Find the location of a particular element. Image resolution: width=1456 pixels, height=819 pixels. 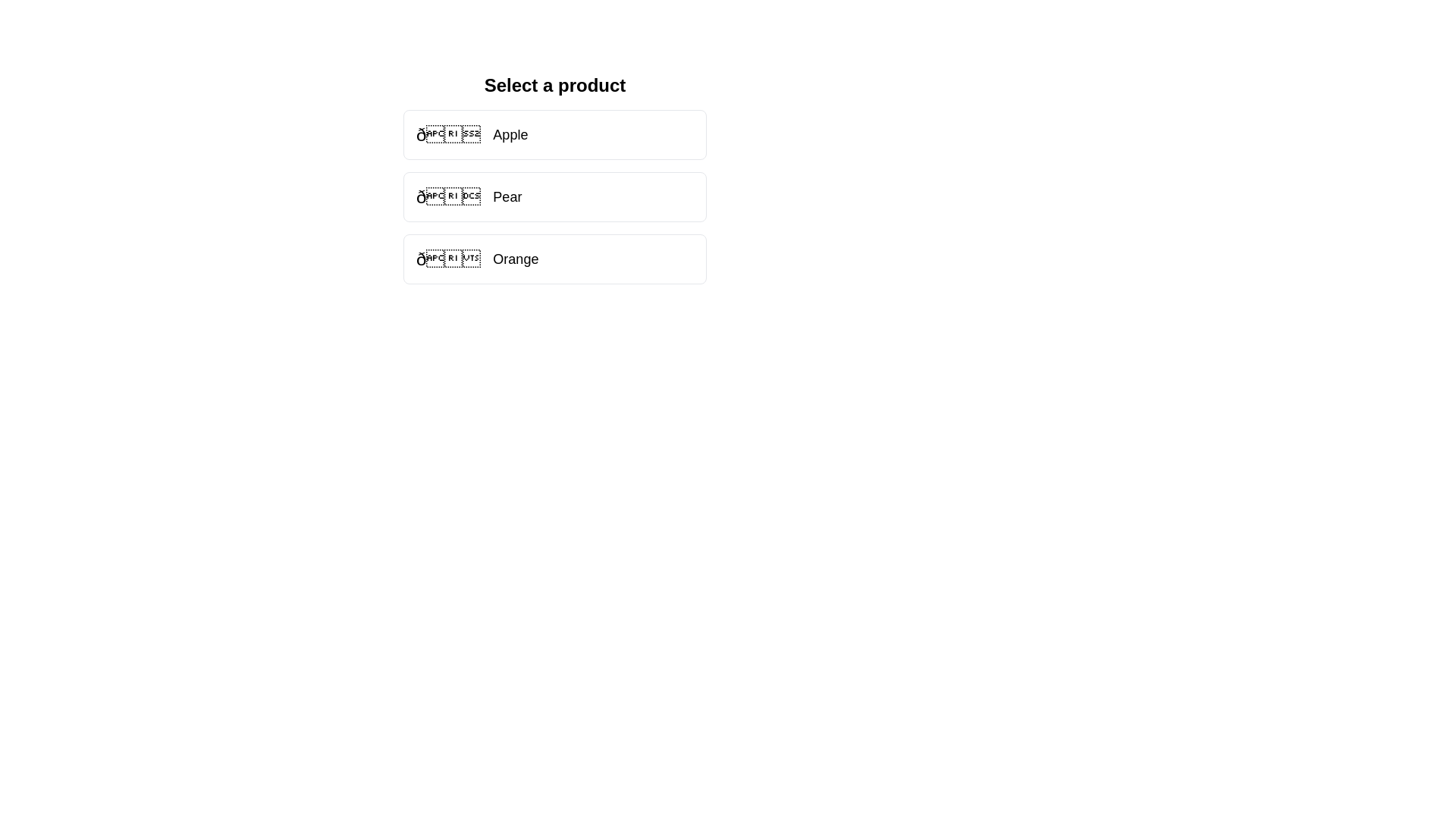

the first selectable item in the list representing the product 'Apple' is located at coordinates (554, 133).